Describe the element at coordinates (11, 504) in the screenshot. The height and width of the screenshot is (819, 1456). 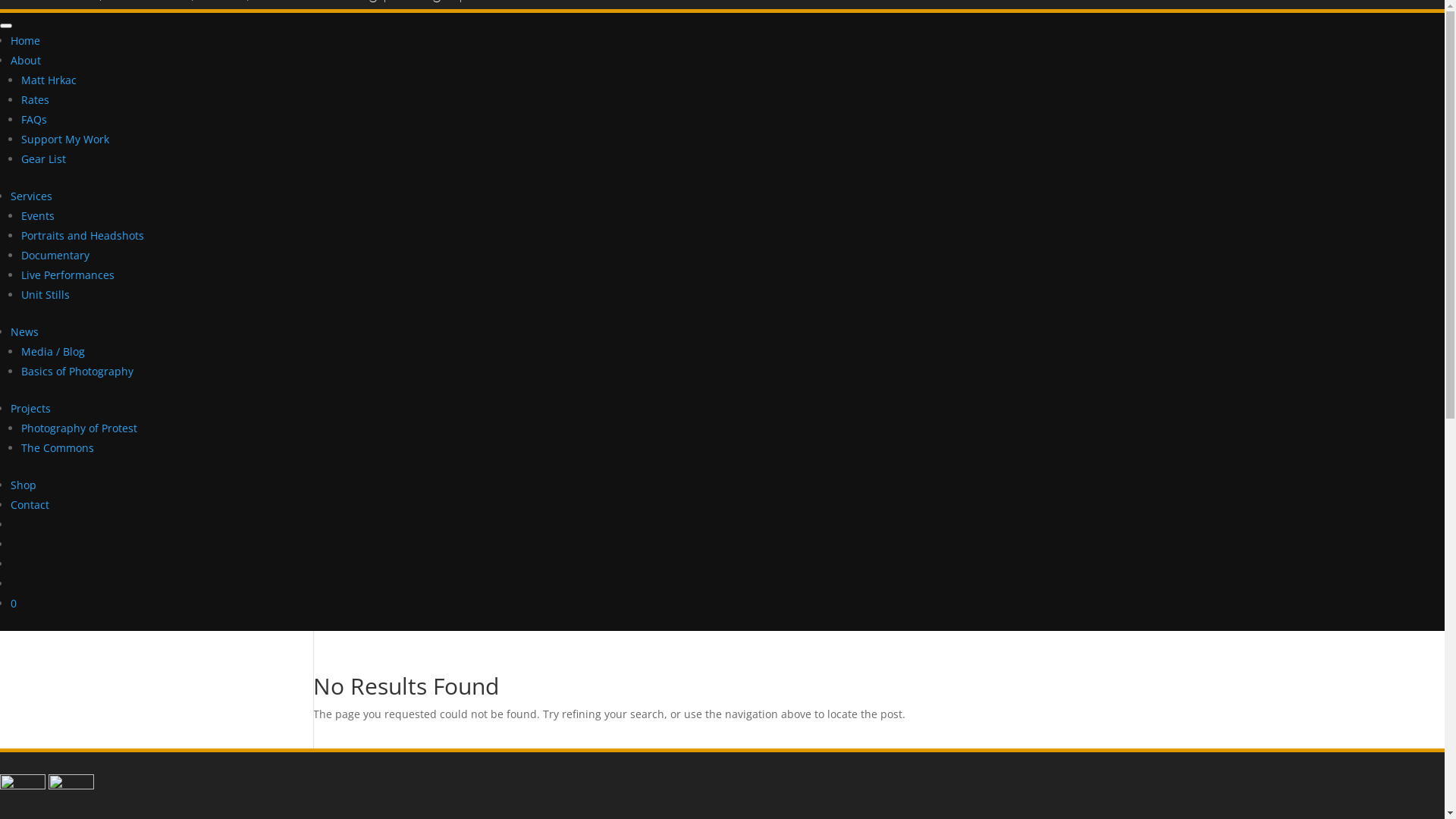
I see `'Contact'` at that location.